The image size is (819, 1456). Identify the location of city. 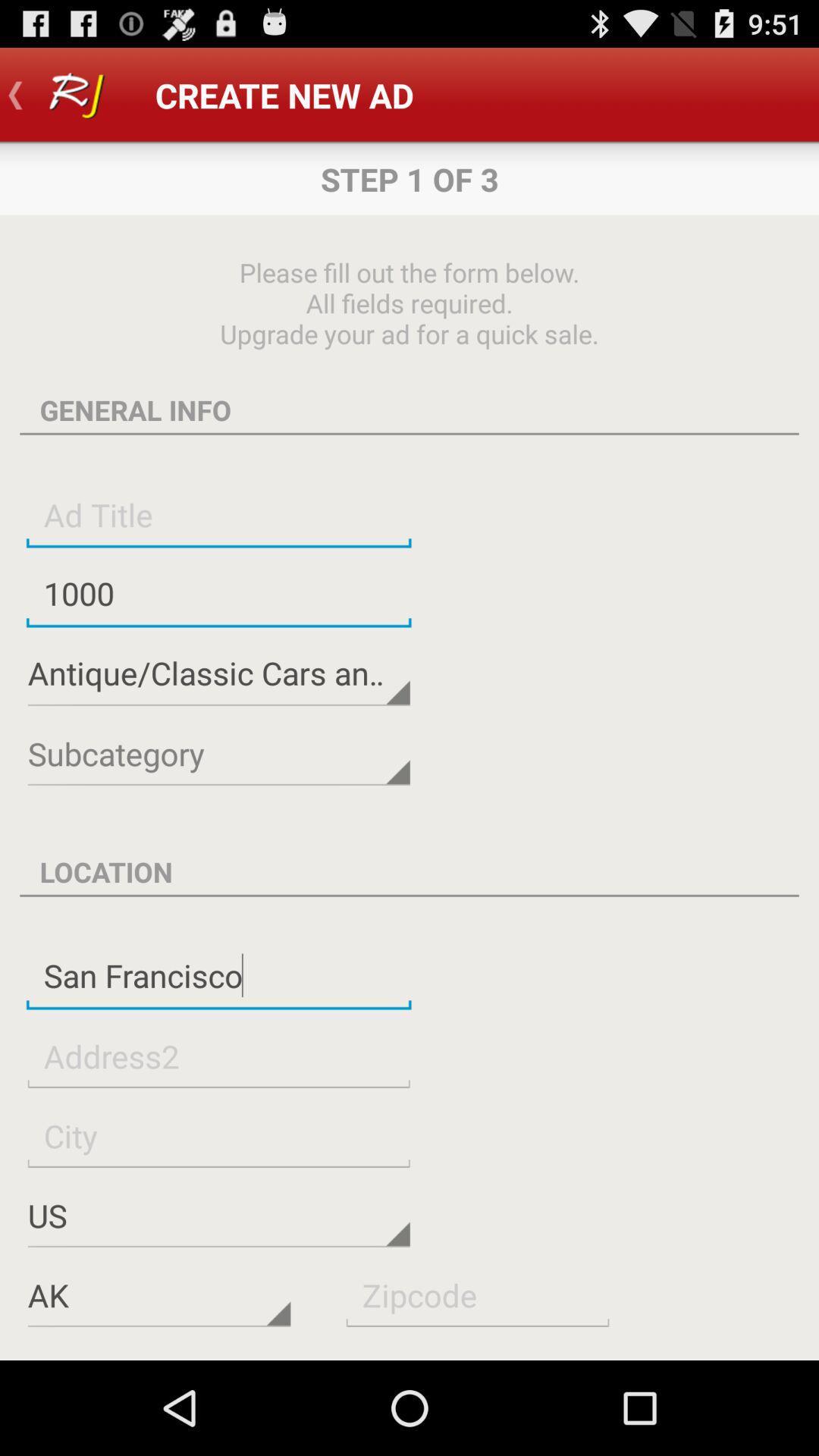
(218, 1135).